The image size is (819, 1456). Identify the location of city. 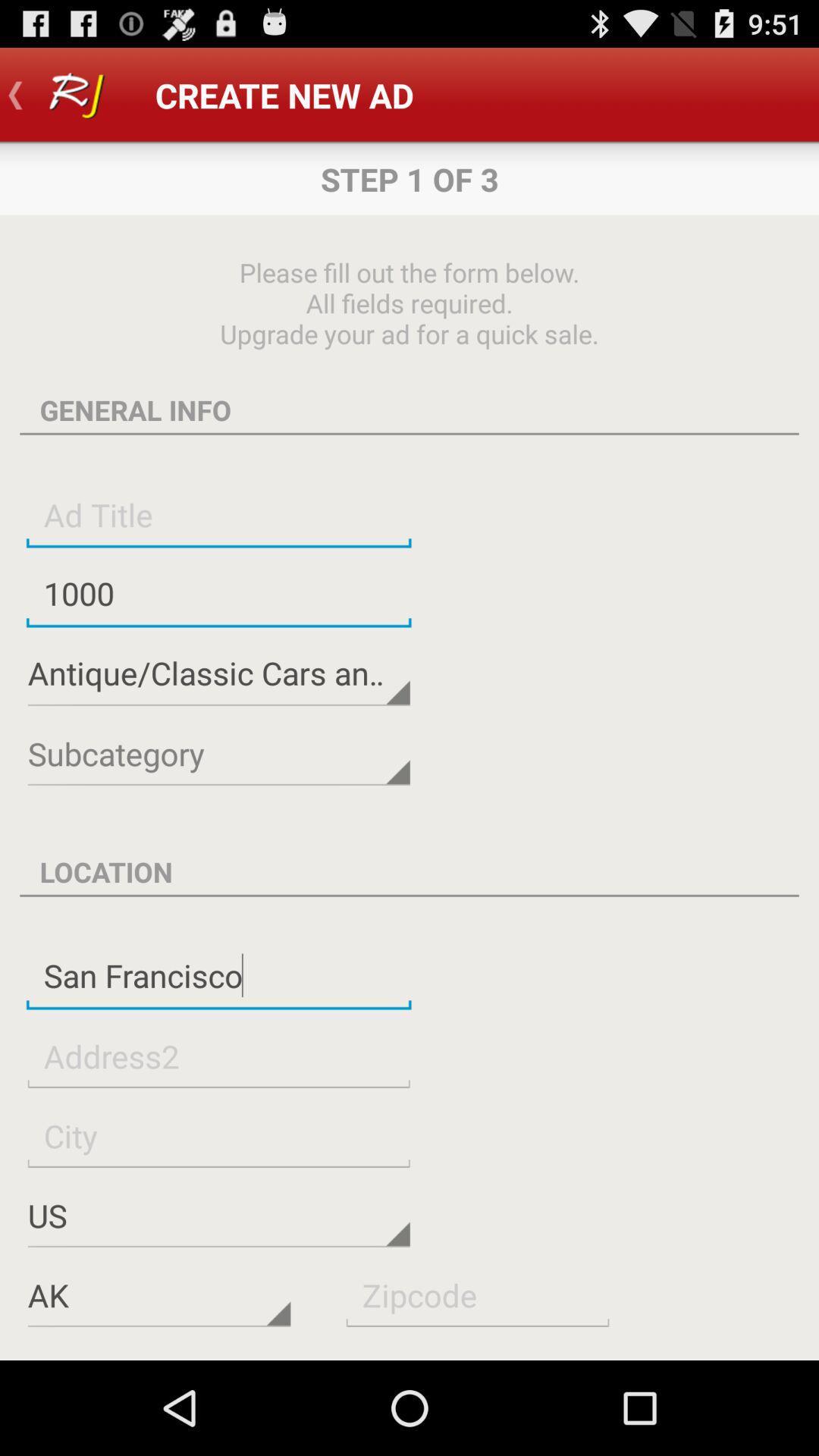
(218, 1135).